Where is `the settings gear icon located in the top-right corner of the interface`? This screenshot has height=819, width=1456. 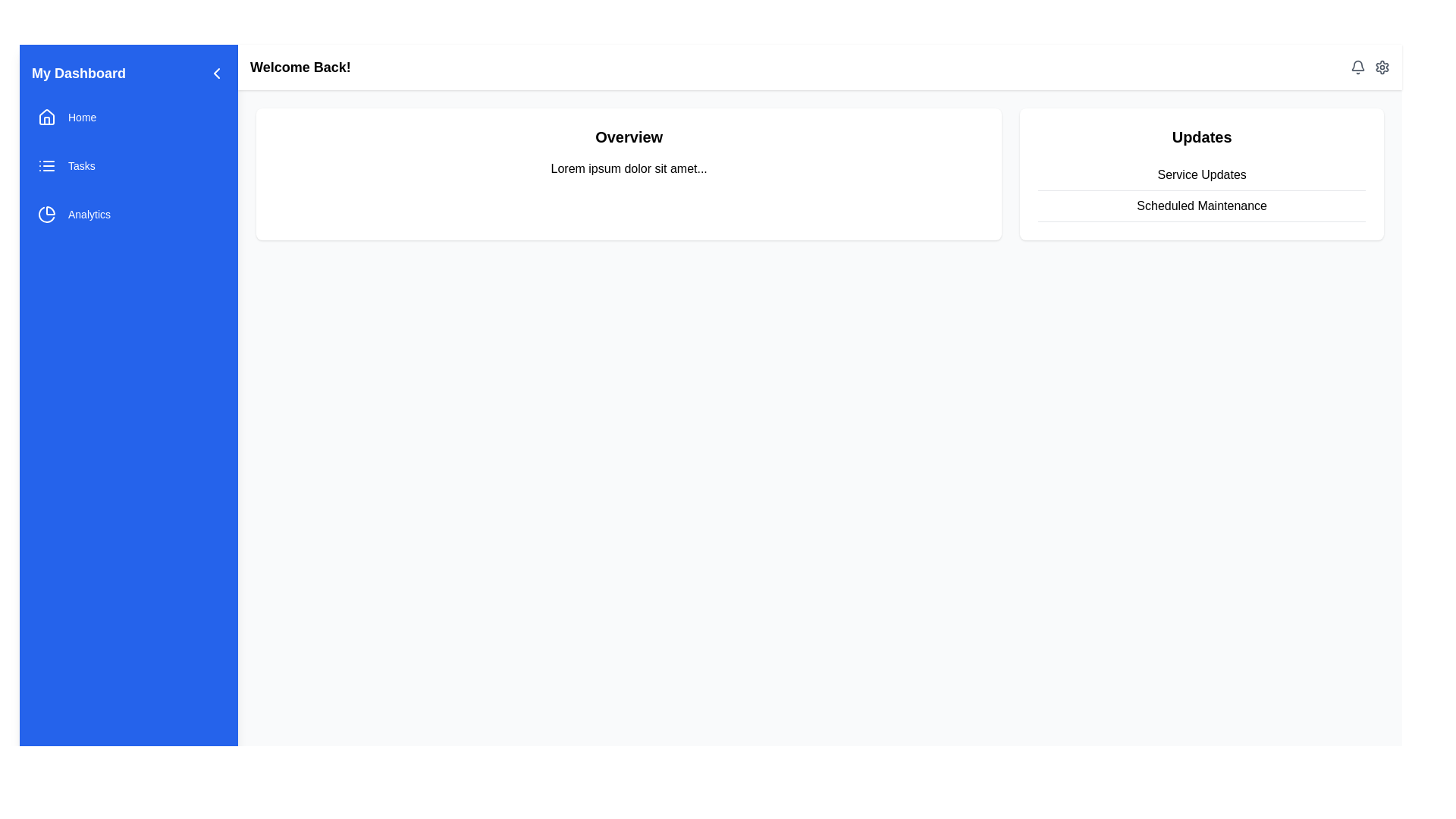
the settings gear icon located in the top-right corner of the interface is located at coordinates (1382, 66).